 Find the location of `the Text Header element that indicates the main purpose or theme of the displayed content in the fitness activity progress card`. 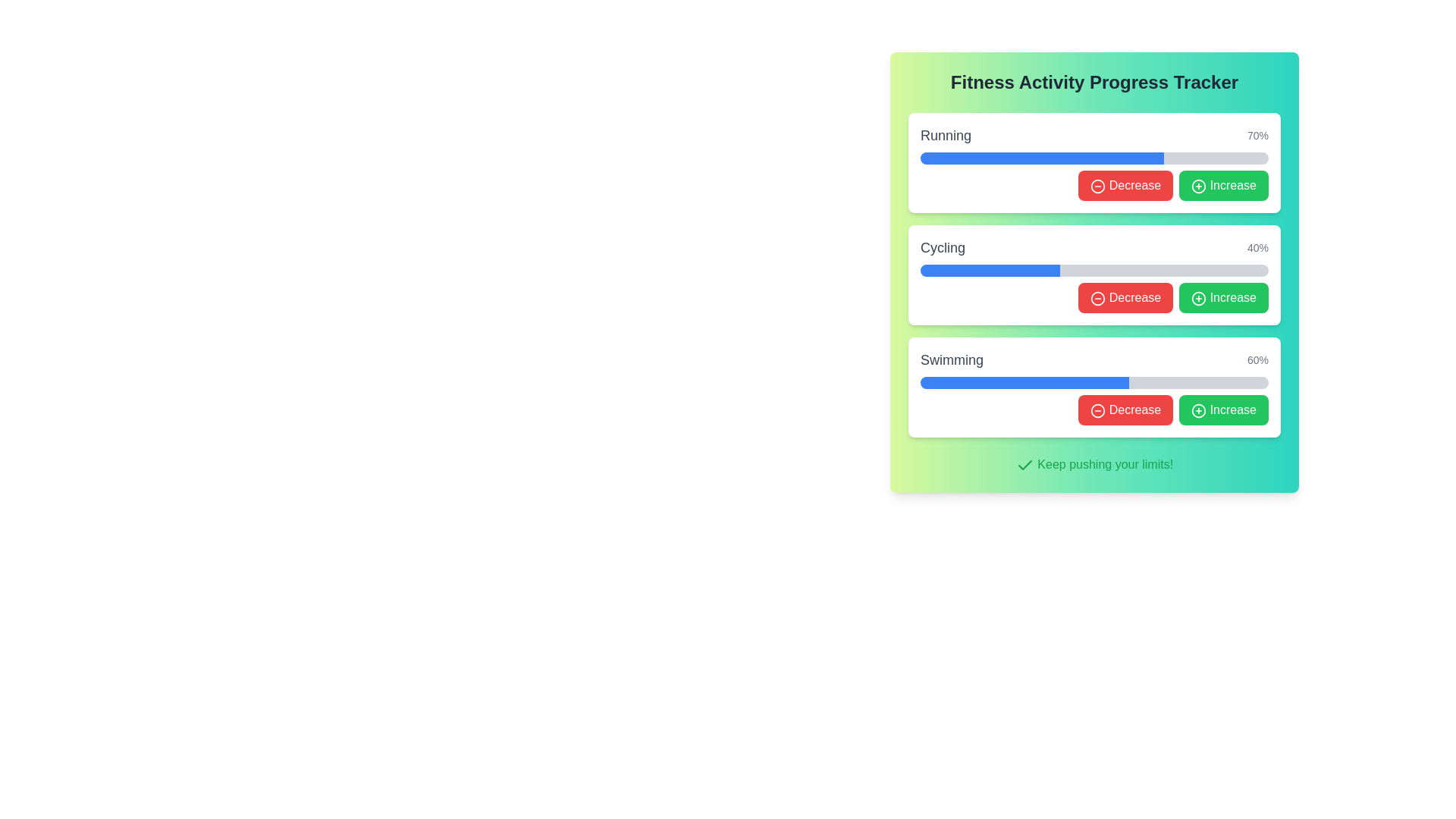

the Text Header element that indicates the main purpose or theme of the displayed content in the fitness activity progress card is located at coordinates (1094, 82).